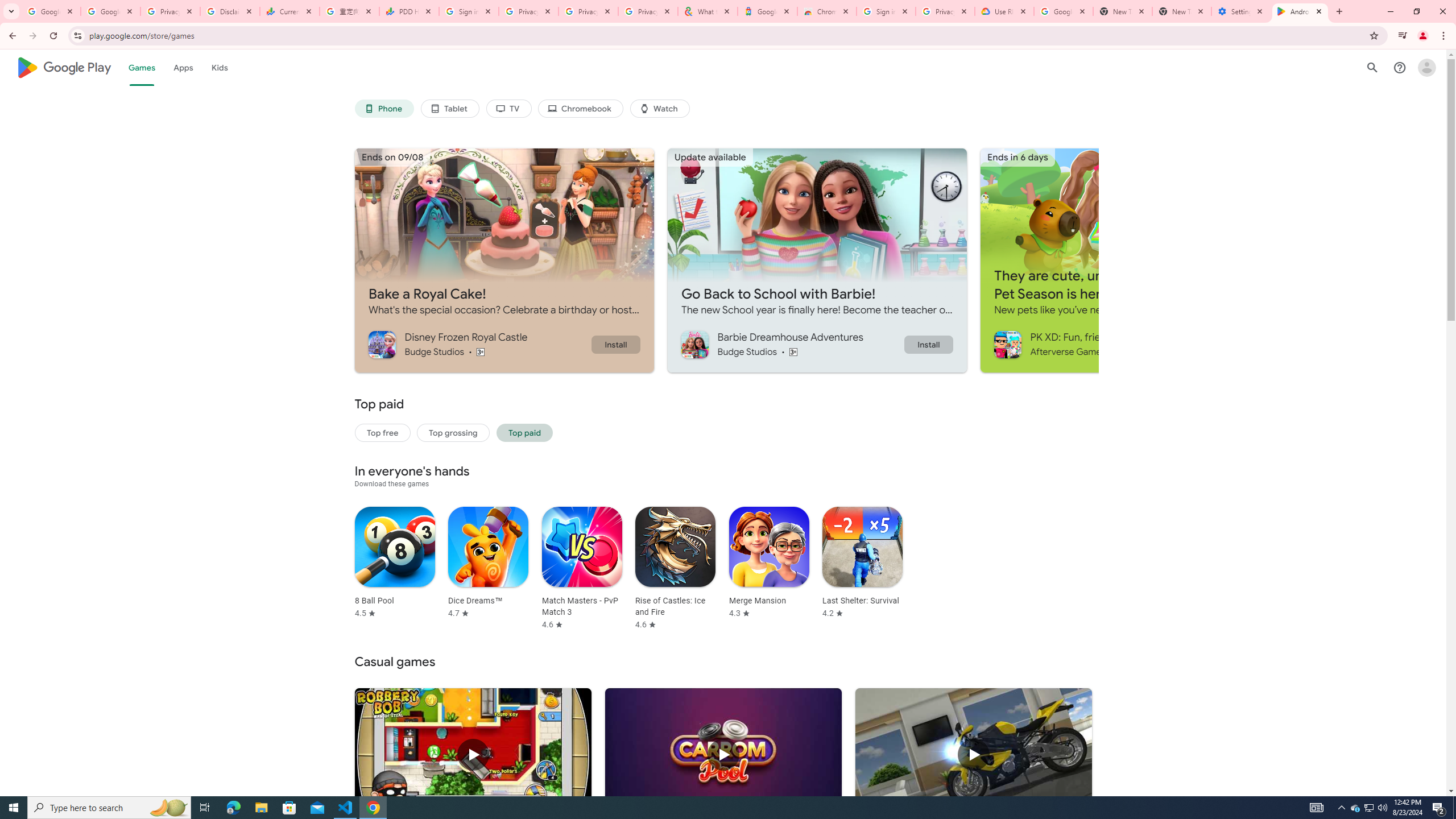 The image size is (1456, 819). I want to click on 'Tablet', so click(449, 109).